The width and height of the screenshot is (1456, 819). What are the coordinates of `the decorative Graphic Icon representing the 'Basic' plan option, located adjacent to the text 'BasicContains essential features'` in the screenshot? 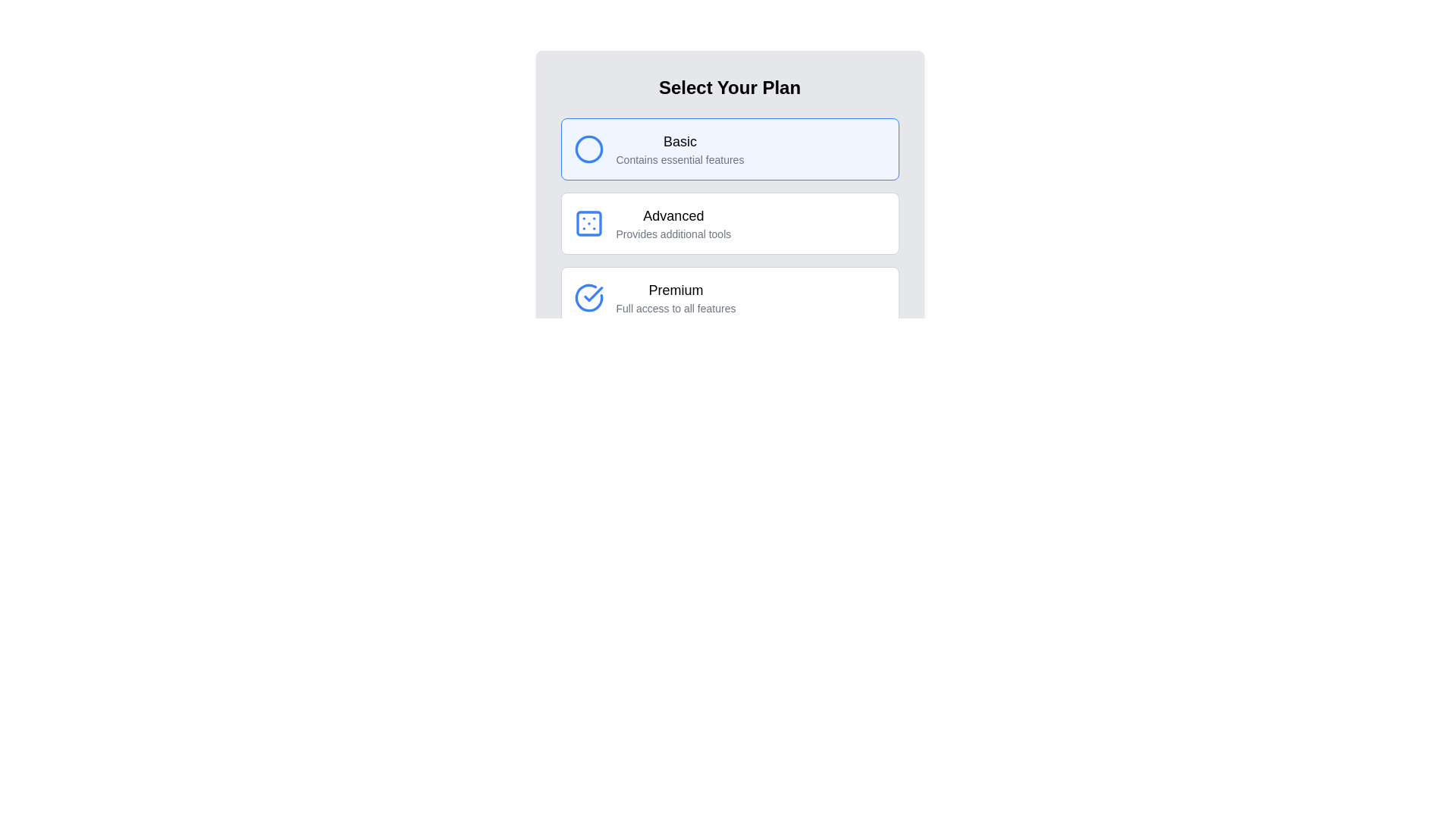 It's located at (588, 149).